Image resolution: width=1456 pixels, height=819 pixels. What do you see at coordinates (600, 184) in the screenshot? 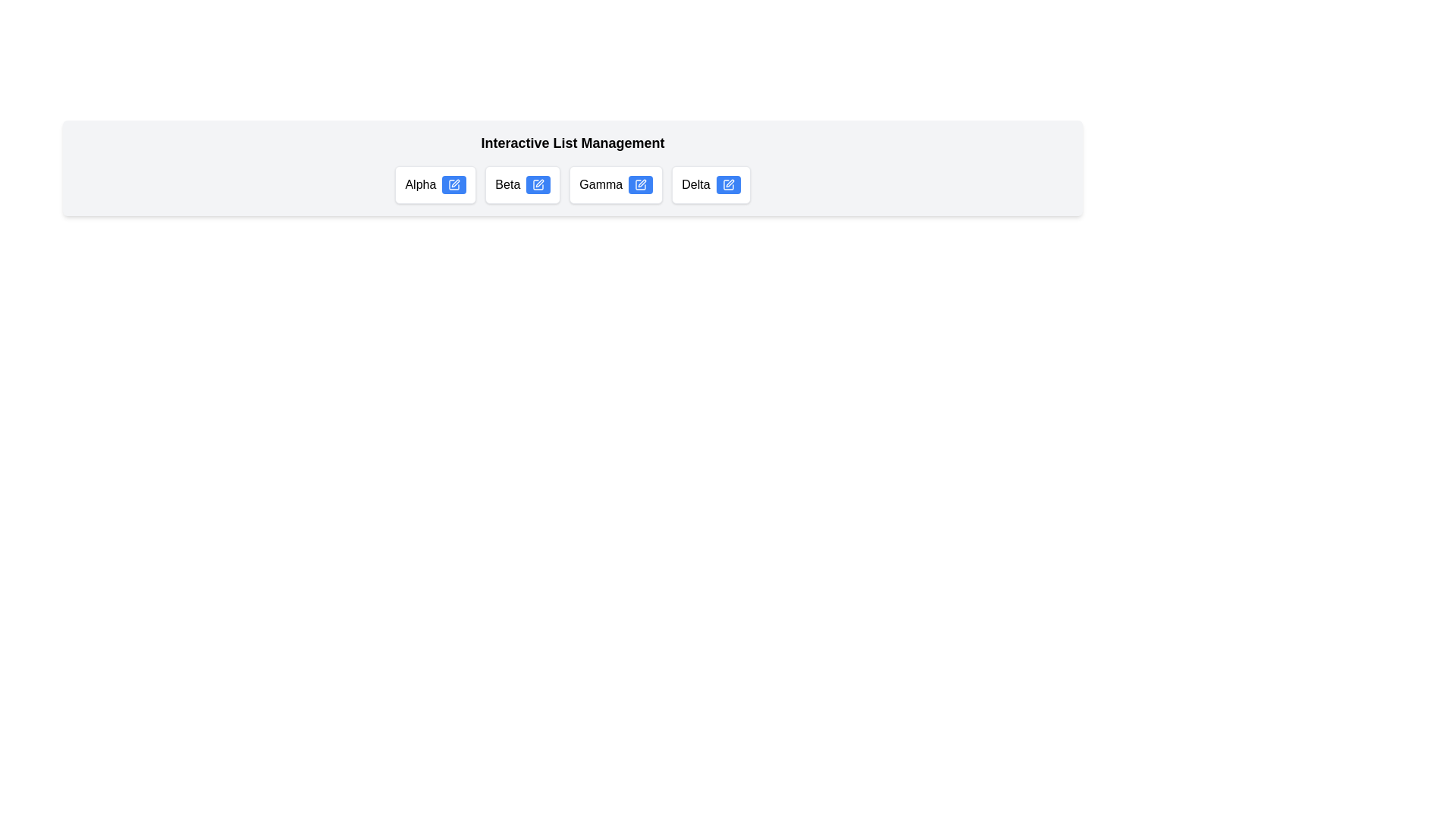
I see `the text label displaying 'Gamma' located in the center of the third panel among four horizontally arranged panels` at bounding box center [600, 184].